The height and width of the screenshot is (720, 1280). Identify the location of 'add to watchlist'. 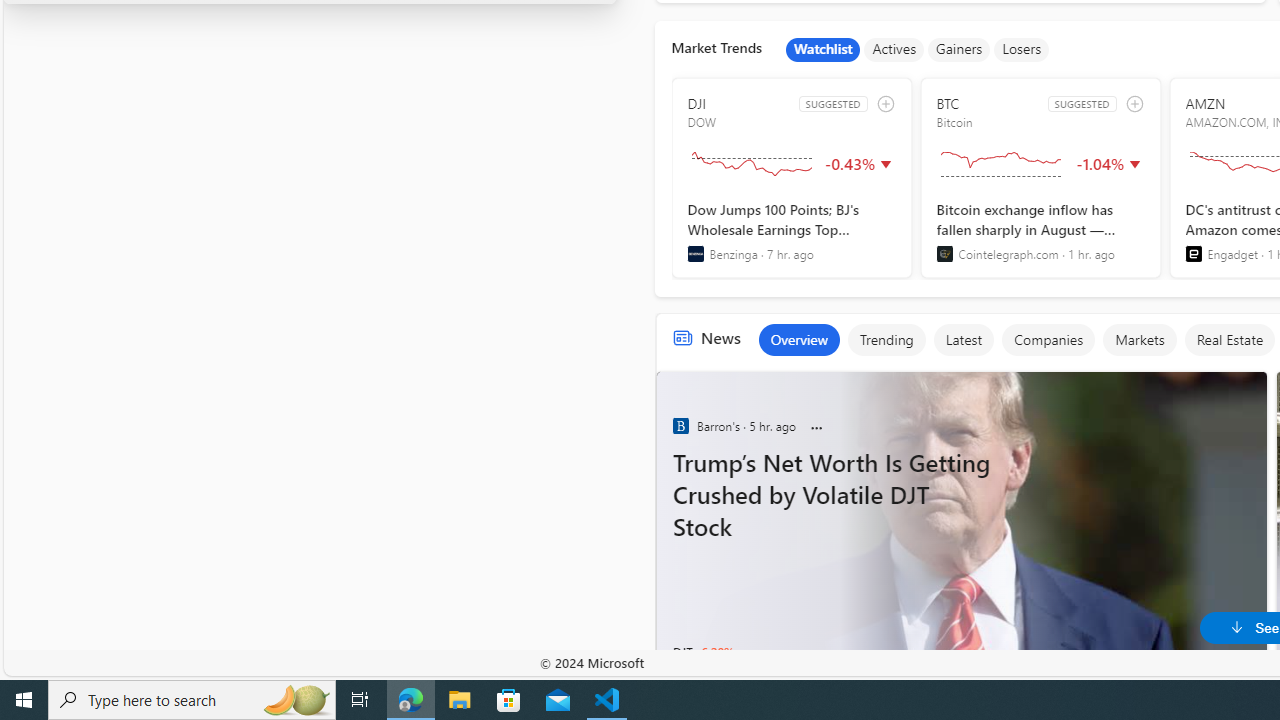
(1134, 104).